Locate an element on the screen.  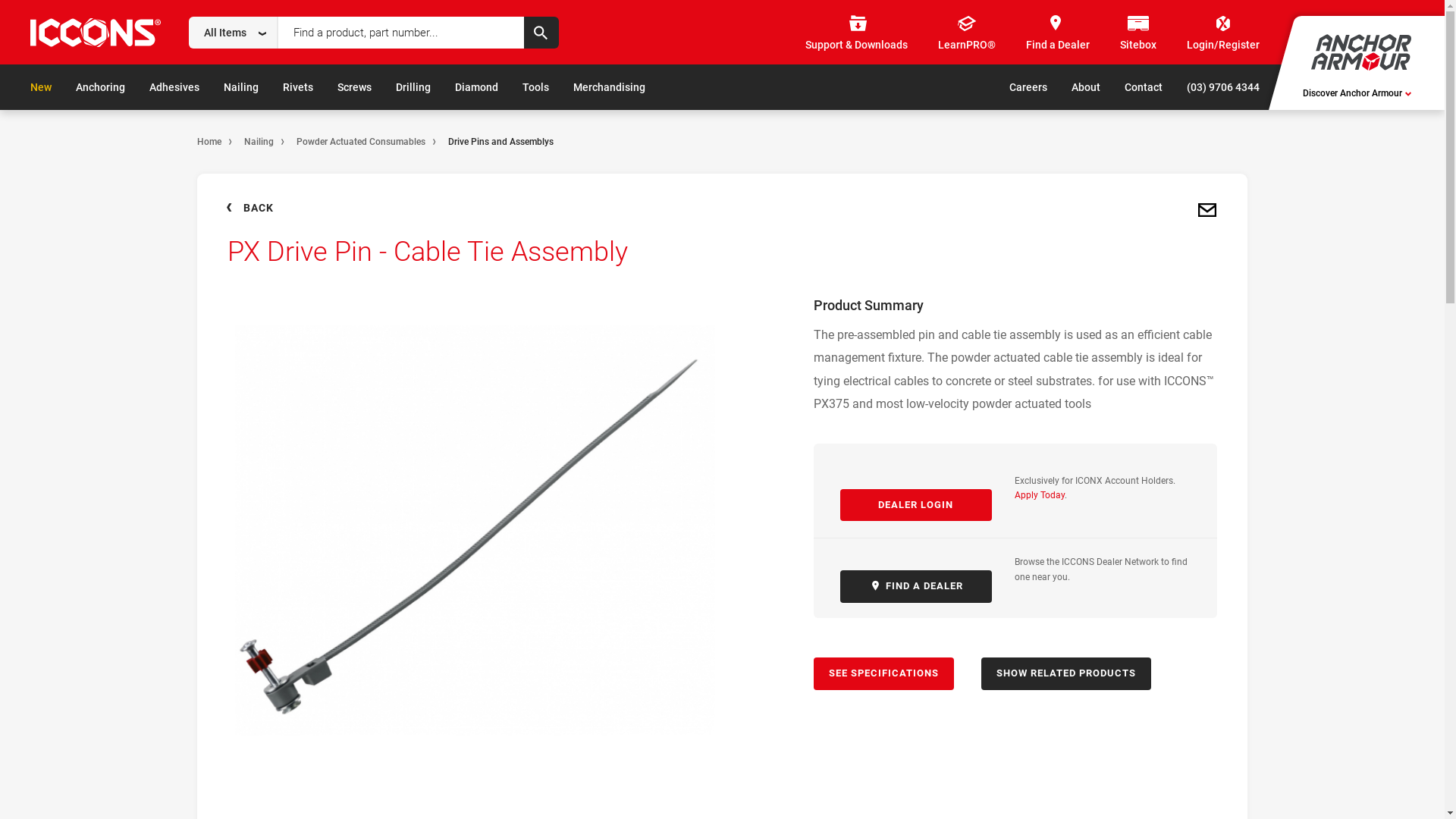
'FIND A DEALER' is located at coordinates (915, 585).